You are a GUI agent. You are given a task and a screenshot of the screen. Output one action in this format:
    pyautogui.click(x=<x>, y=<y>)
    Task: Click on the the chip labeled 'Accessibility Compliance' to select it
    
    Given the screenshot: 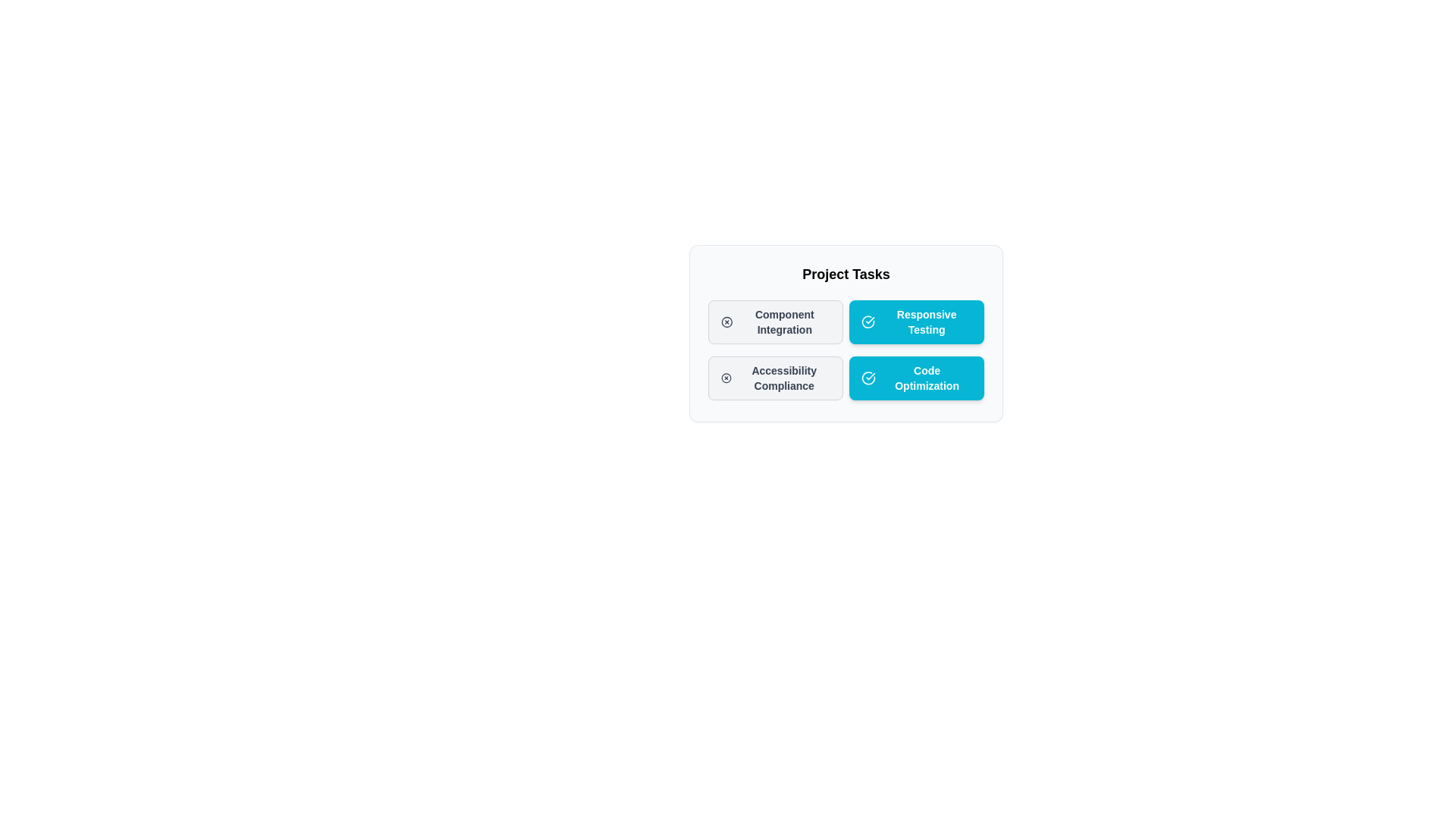 What is the action you would take?
    pyautogui.click(x=775, y=377)
    